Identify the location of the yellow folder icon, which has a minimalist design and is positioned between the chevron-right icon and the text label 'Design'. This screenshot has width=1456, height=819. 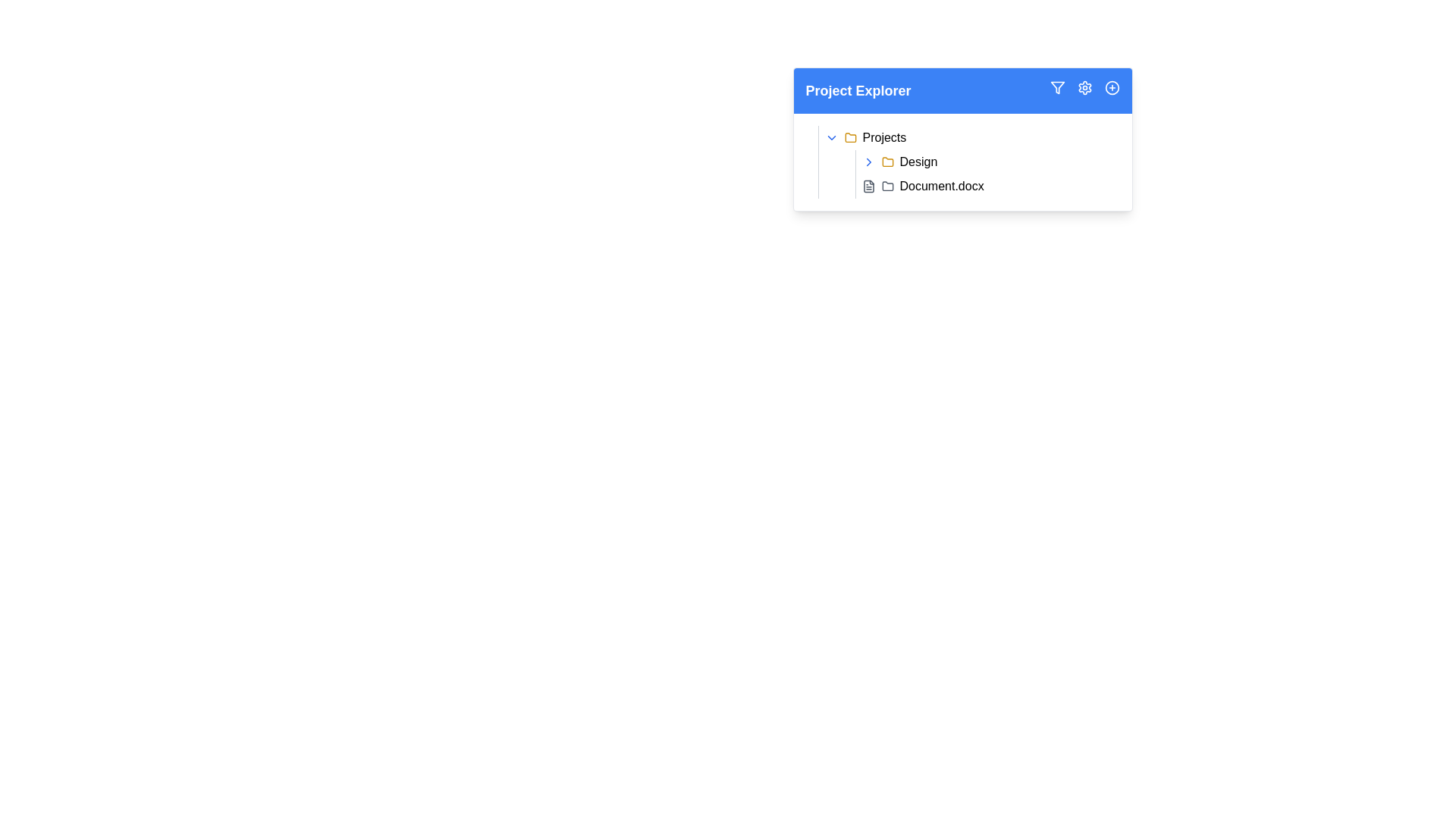
(887, 162).